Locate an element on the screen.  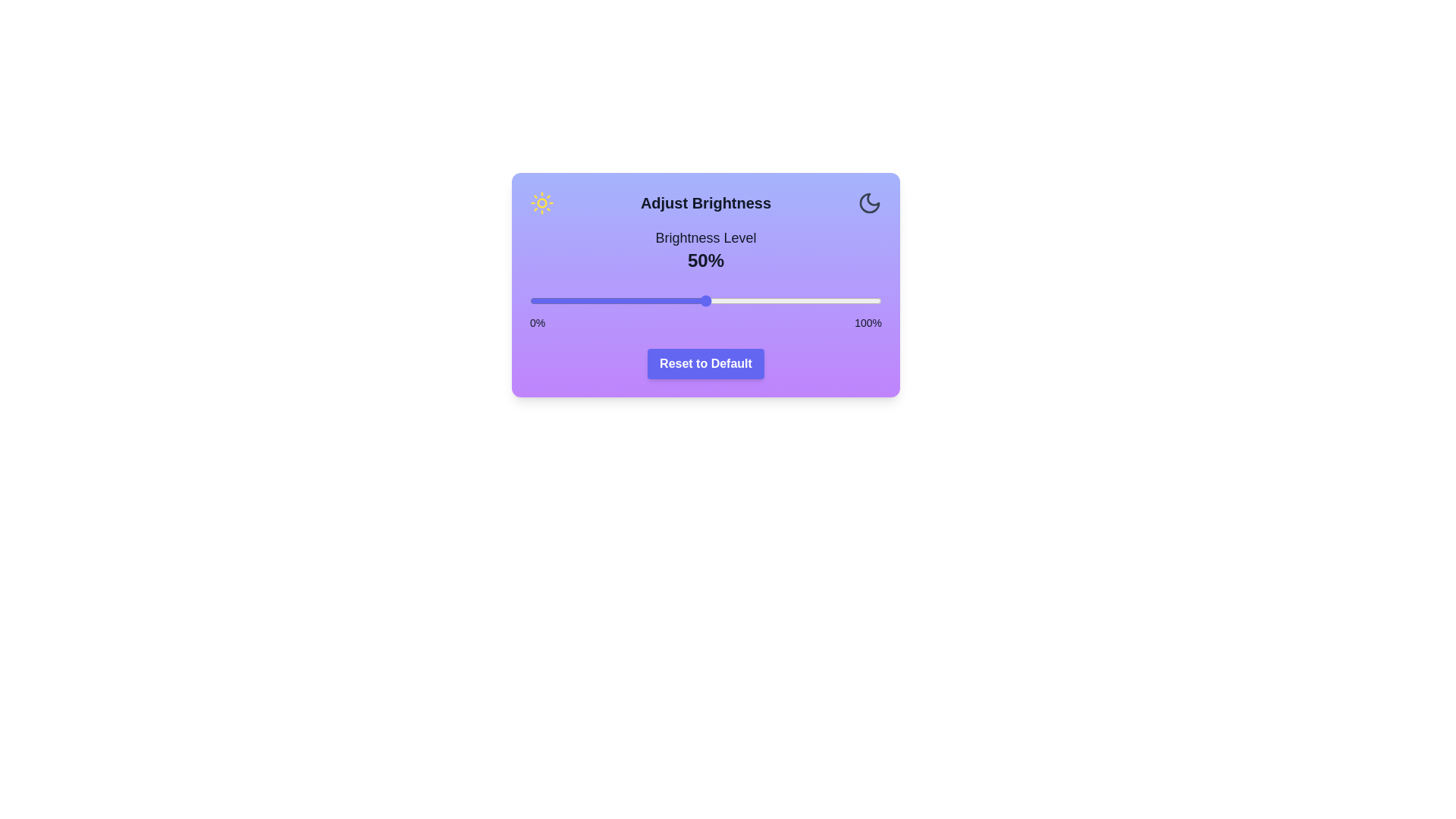
the brightness slider to 20% is located at coordinates (599, 301).